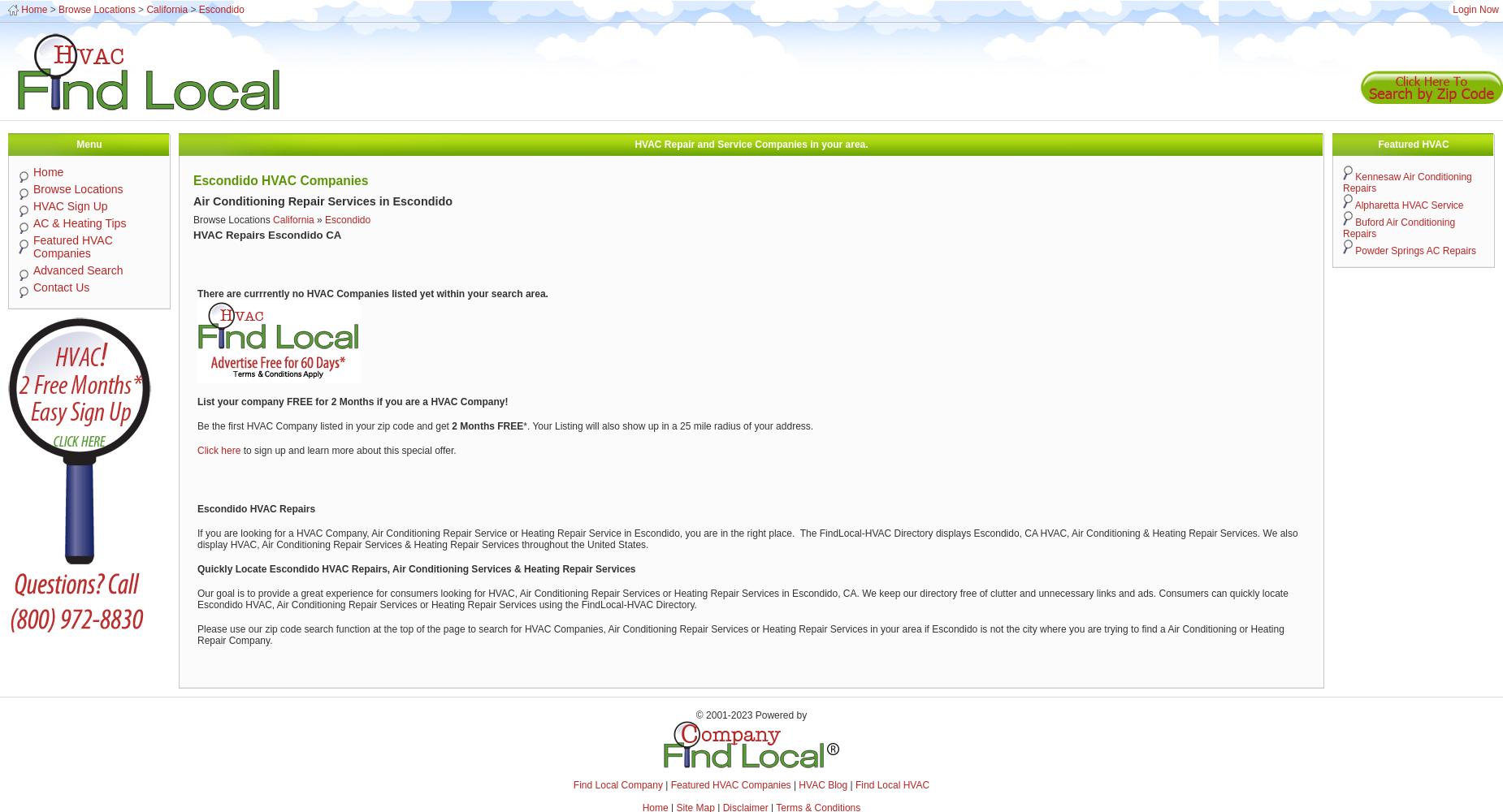 This screenshot has height=812, width=1503. What do you see at coordinates (75, 145) in the screenshot?
I see `'Menu'` at bounding box center [75, 145].